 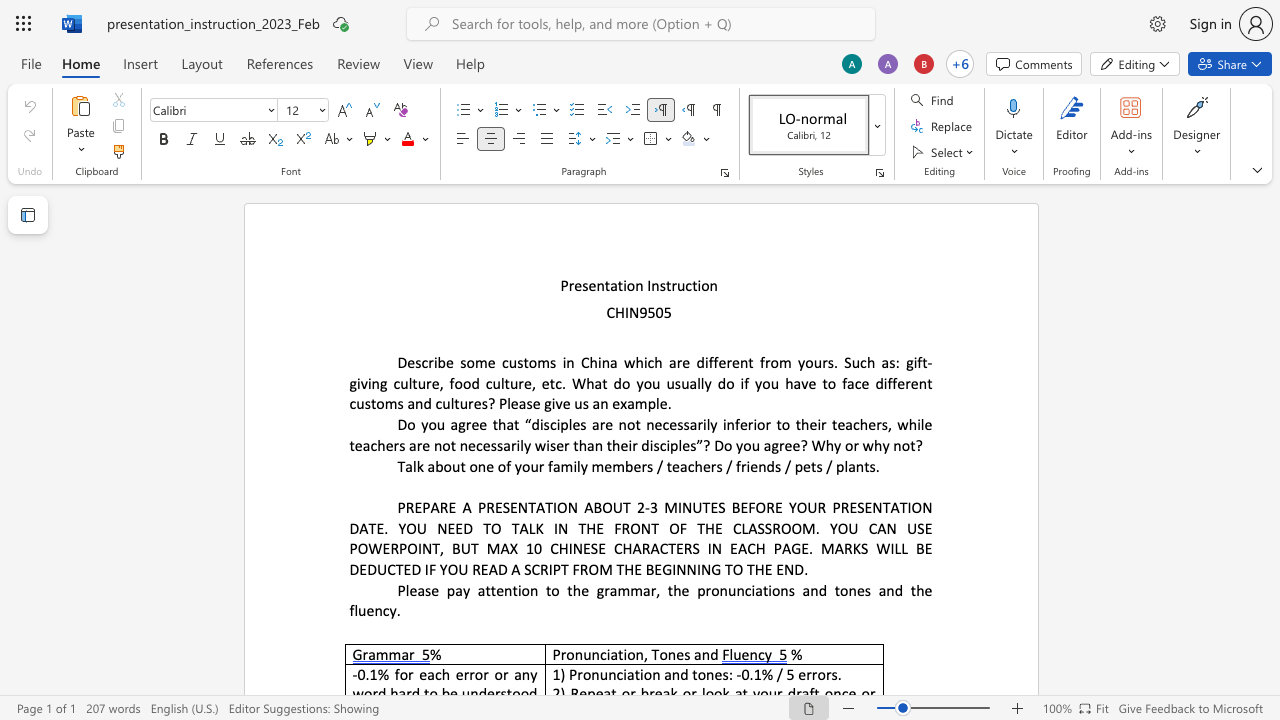 What do you see at coordinates (518, 403) in the screenshot?
I see `the space between the continuous character "e" and "a" in the text` at bounding box center [518, 403].